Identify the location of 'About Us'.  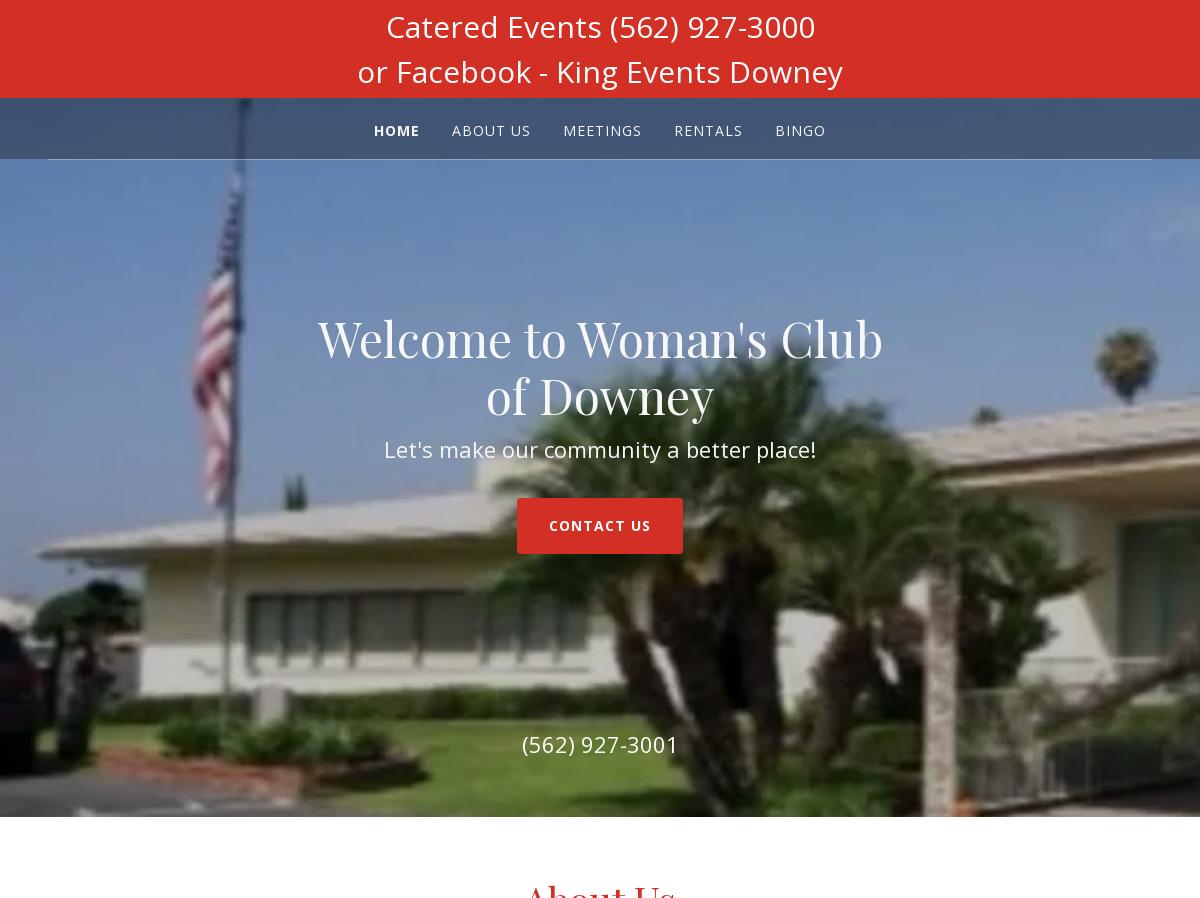
(490, 129).